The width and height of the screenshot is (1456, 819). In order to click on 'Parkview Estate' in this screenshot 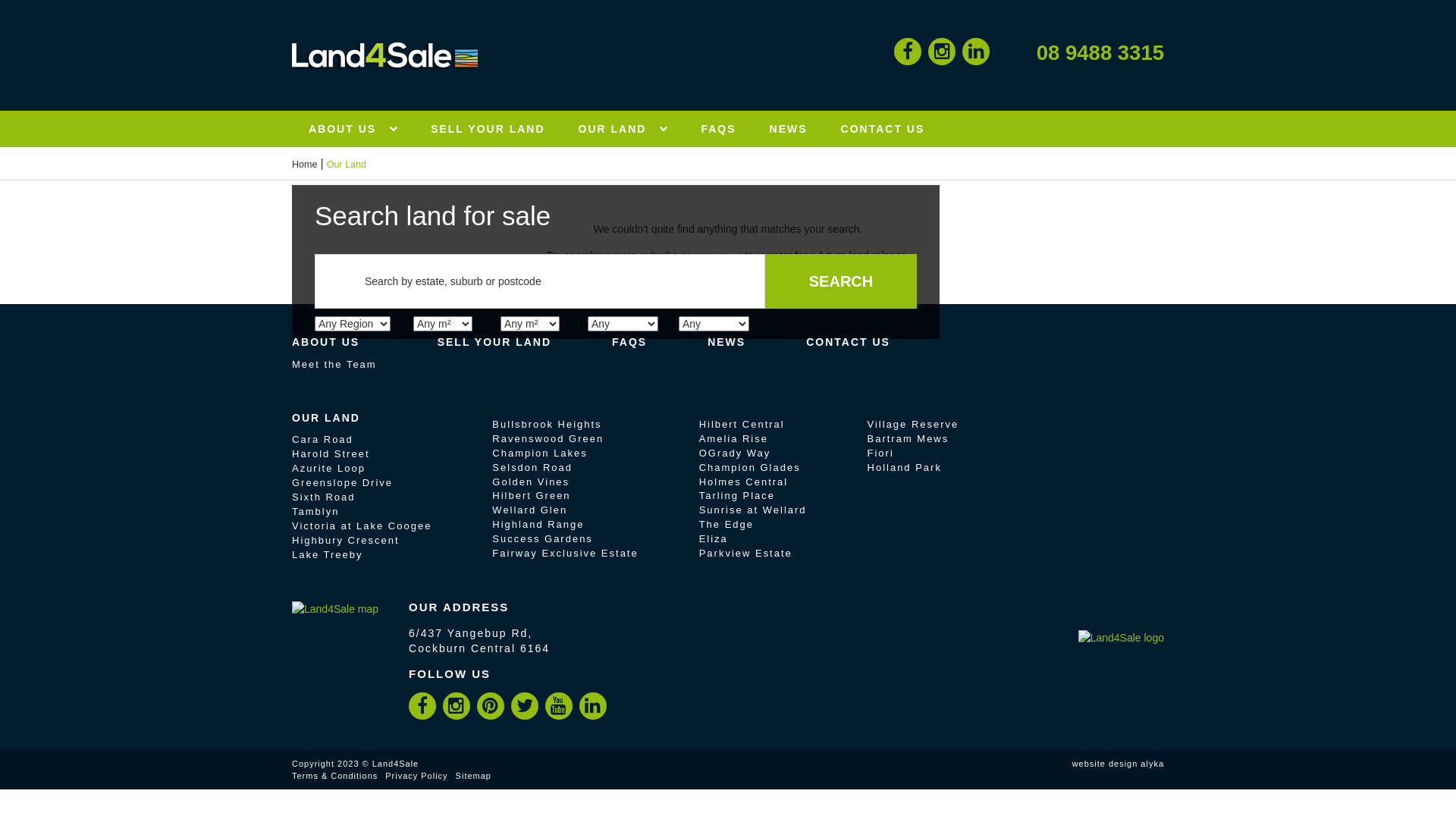, I will do `click(745, 553)`.